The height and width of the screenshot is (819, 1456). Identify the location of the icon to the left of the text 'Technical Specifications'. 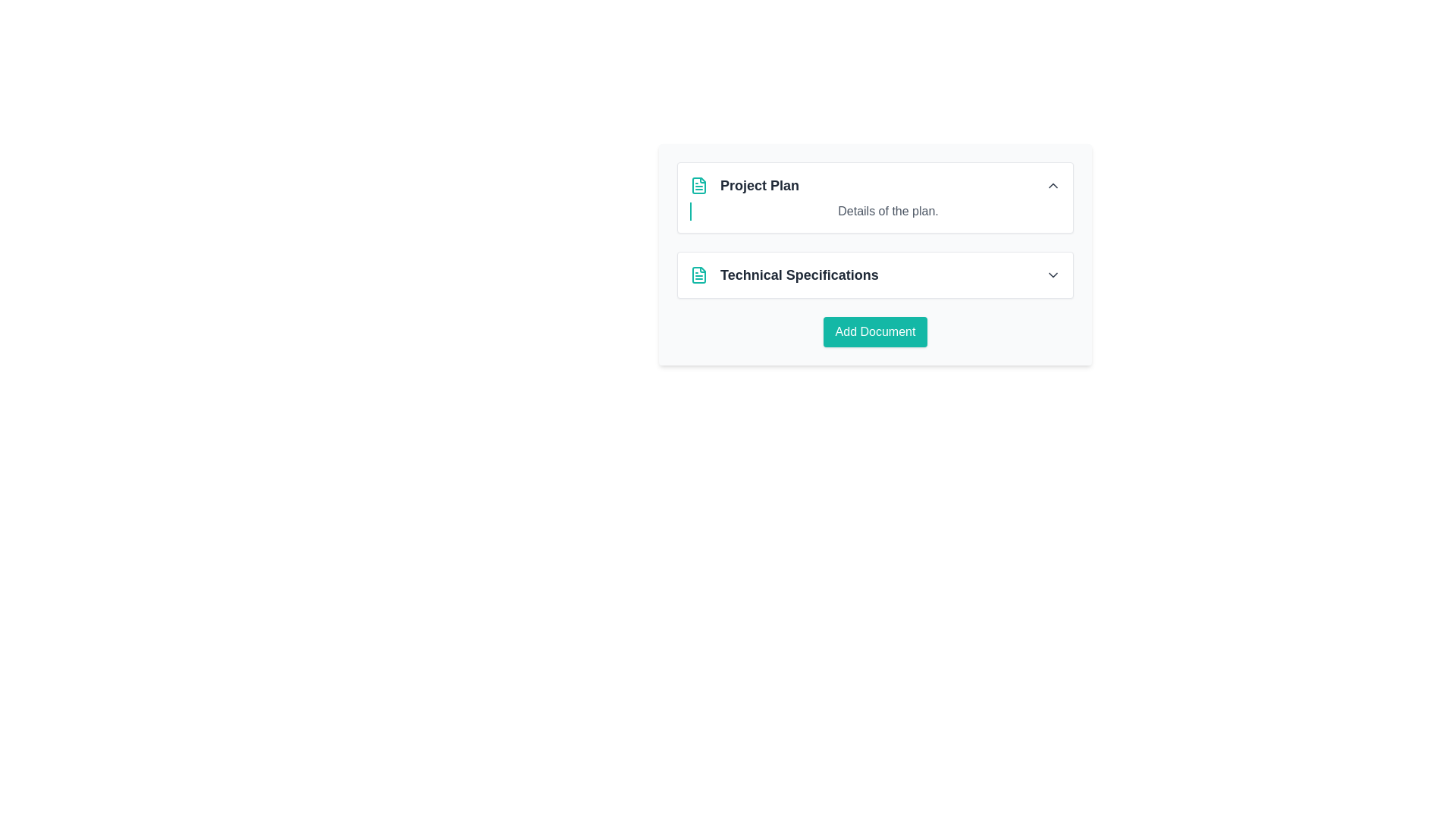
(698, 275).